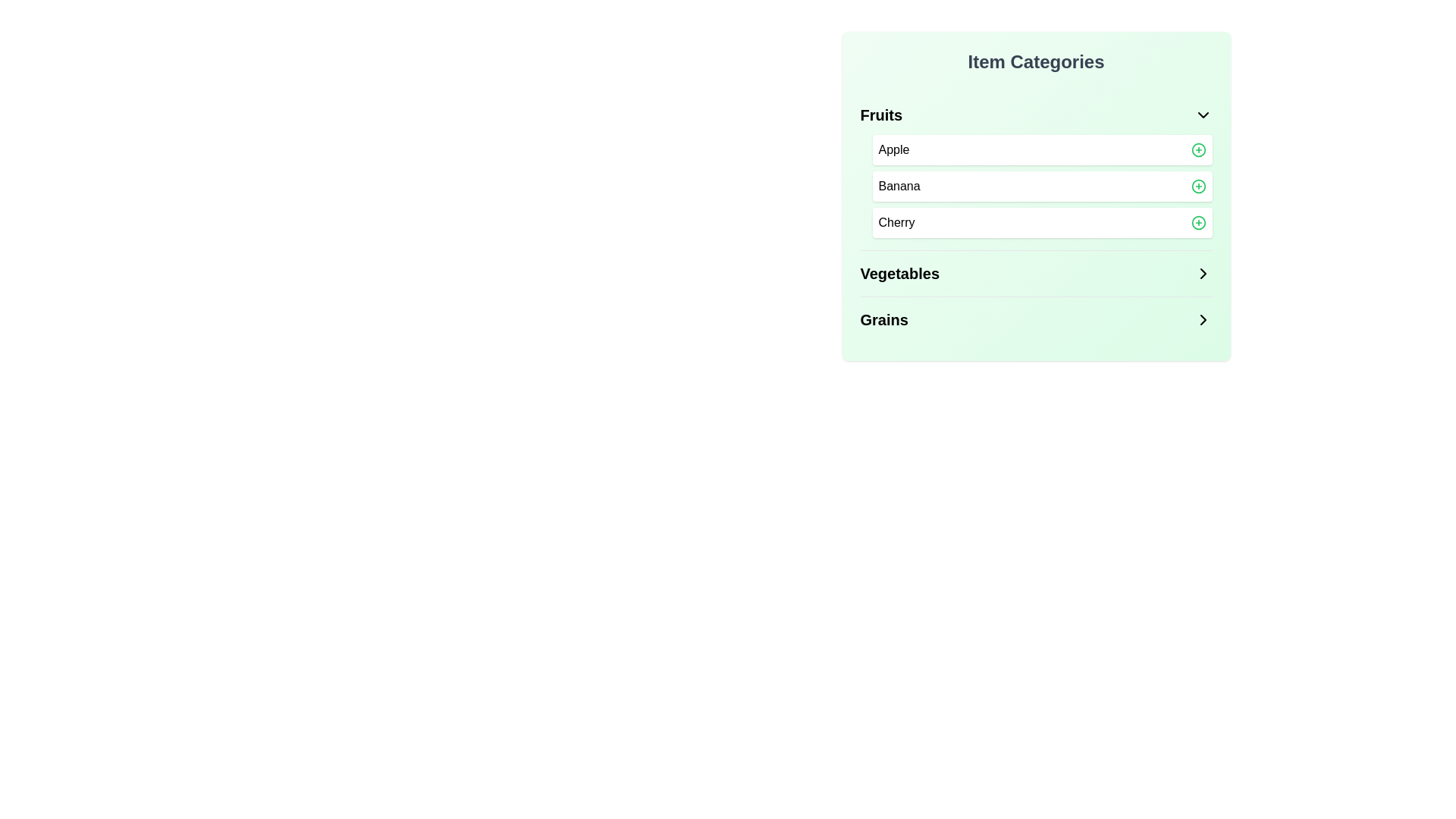 This screenshot has width=1456, height=819. What do you see at coordinates (1197, 149) in the screenshot?
I see `the 'add' icon next to the item Apple` at bounding box center [1197, 149].